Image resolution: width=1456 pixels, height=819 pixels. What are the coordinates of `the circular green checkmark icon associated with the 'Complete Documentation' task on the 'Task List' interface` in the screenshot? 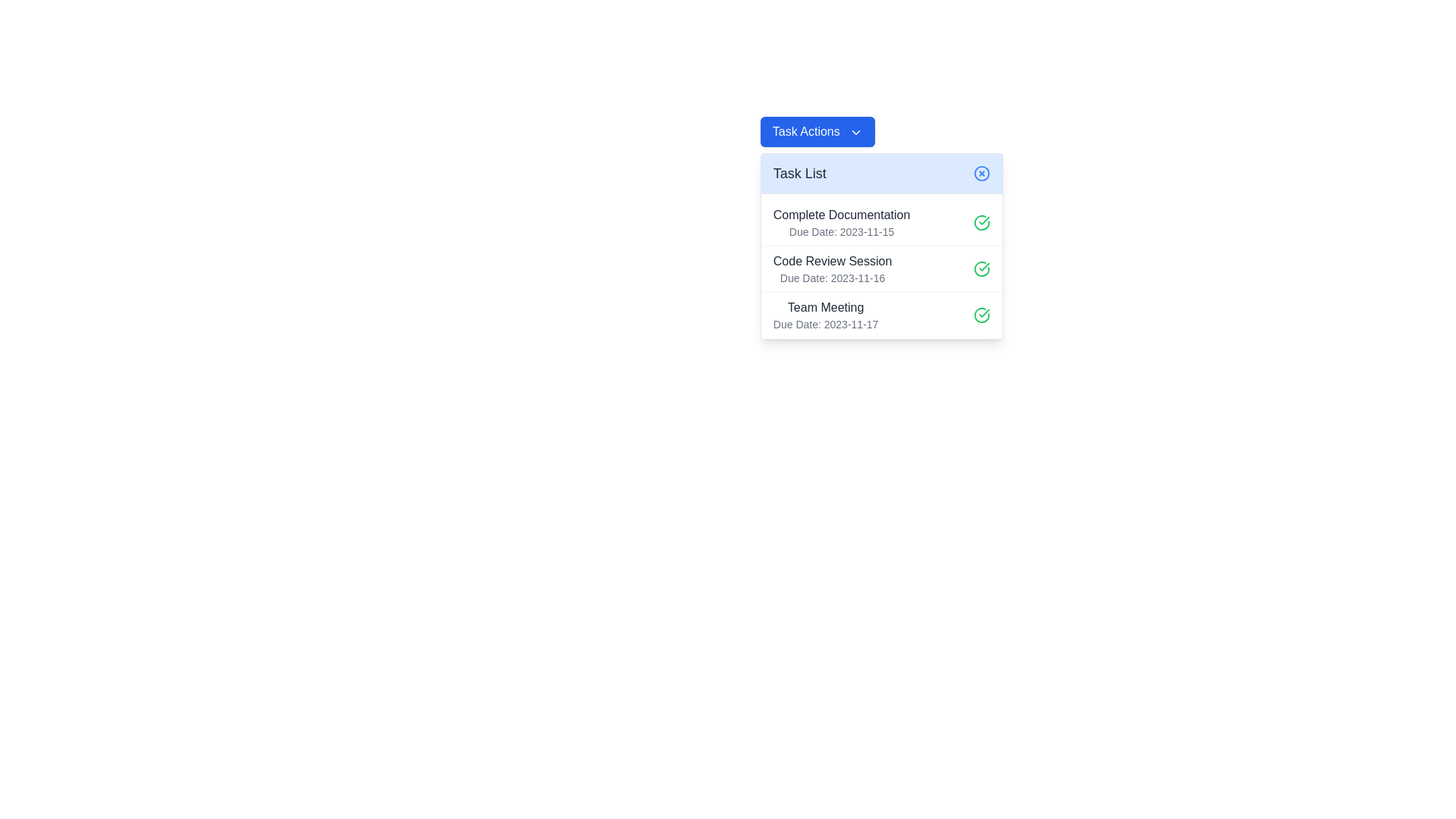 It's located at (981, 222).